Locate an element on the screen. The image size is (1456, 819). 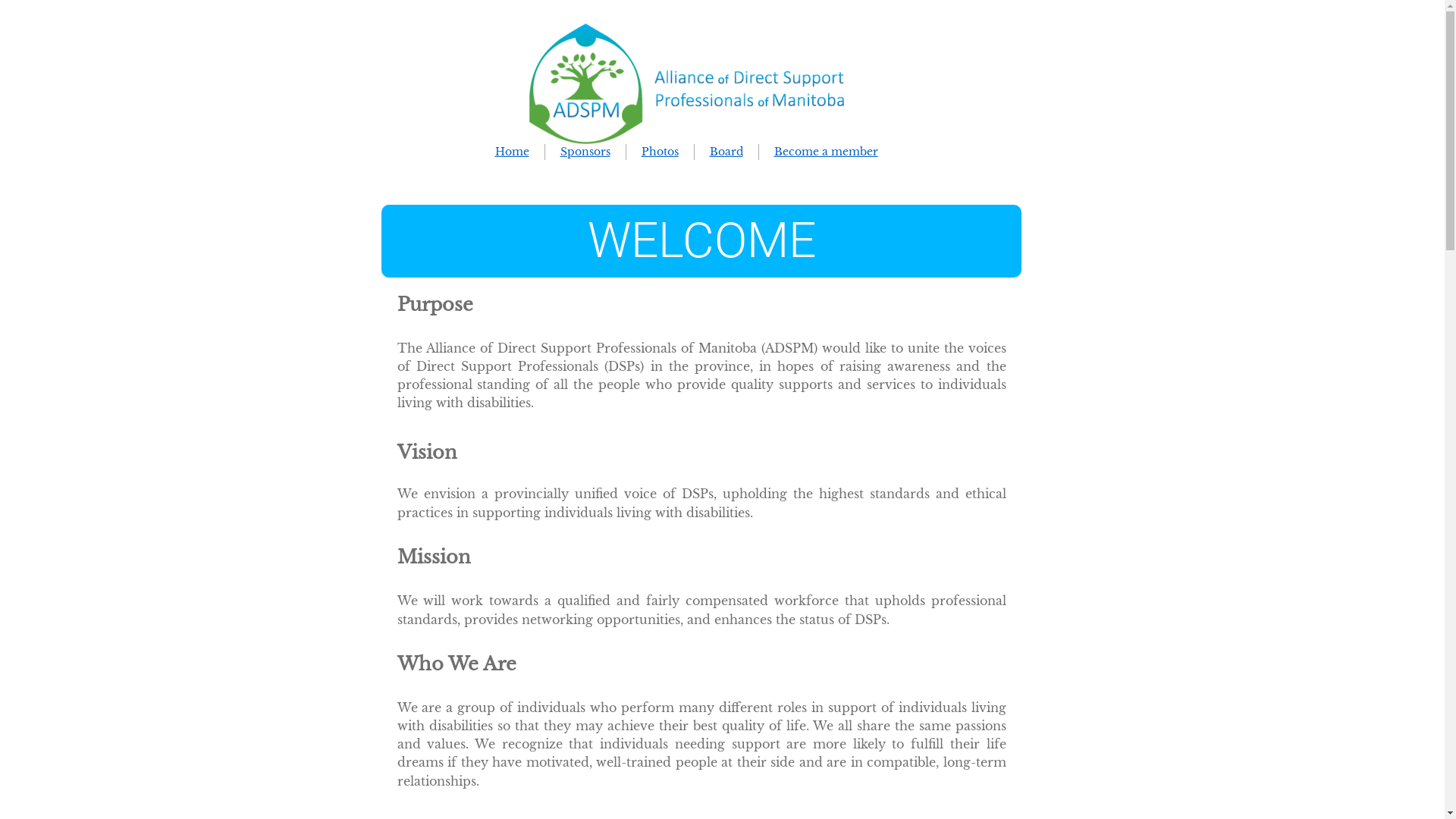
'Board' is located at coordinates (726, 152).